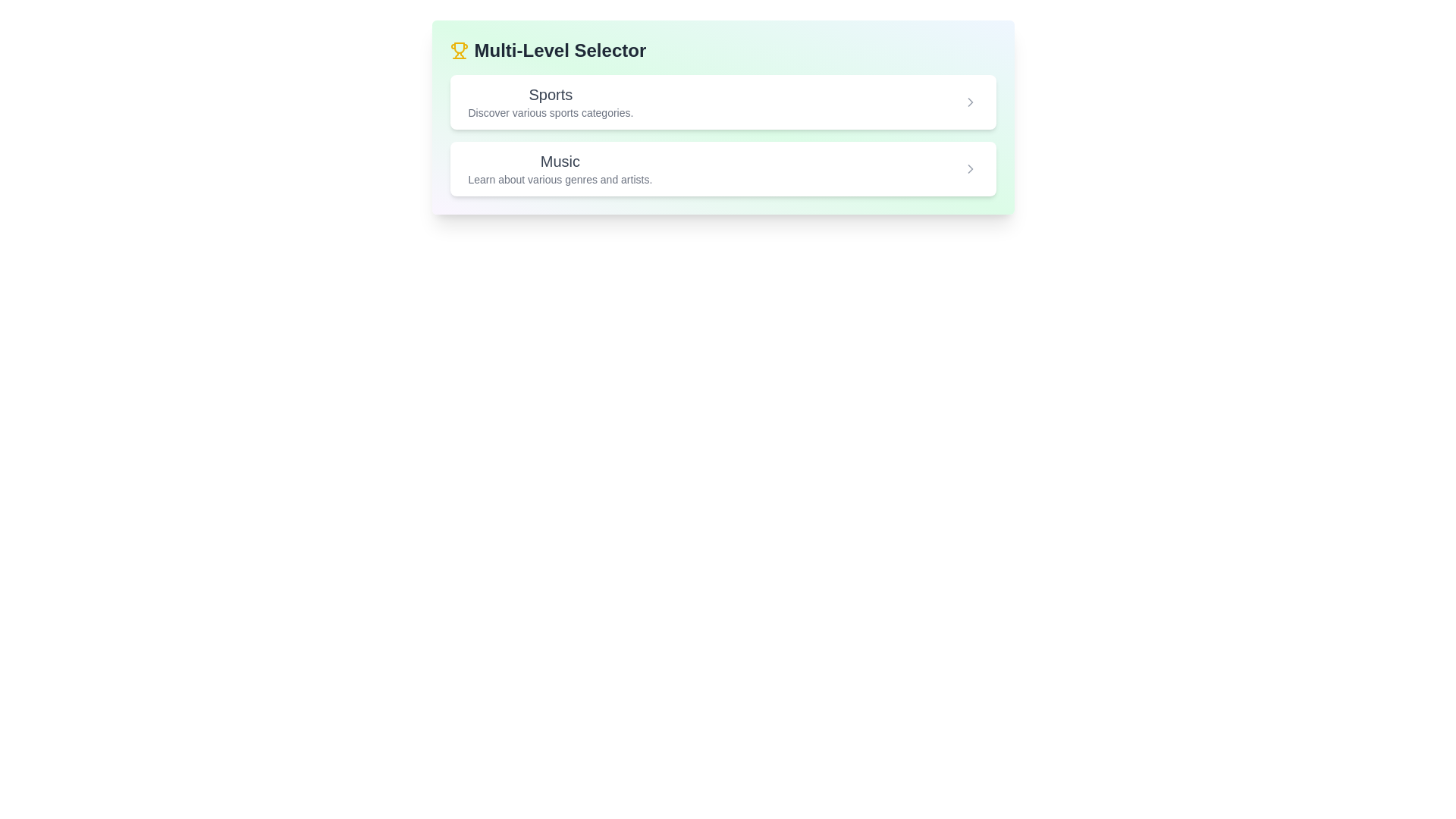 The height and width of the screenshot is (819, 1456). Describe the element at coordinates (550, 94) in the screenshot. I see `the bold text label 'Sports' located at the top of the list, above the subtext 'Discover various sports categories.'` at that location.